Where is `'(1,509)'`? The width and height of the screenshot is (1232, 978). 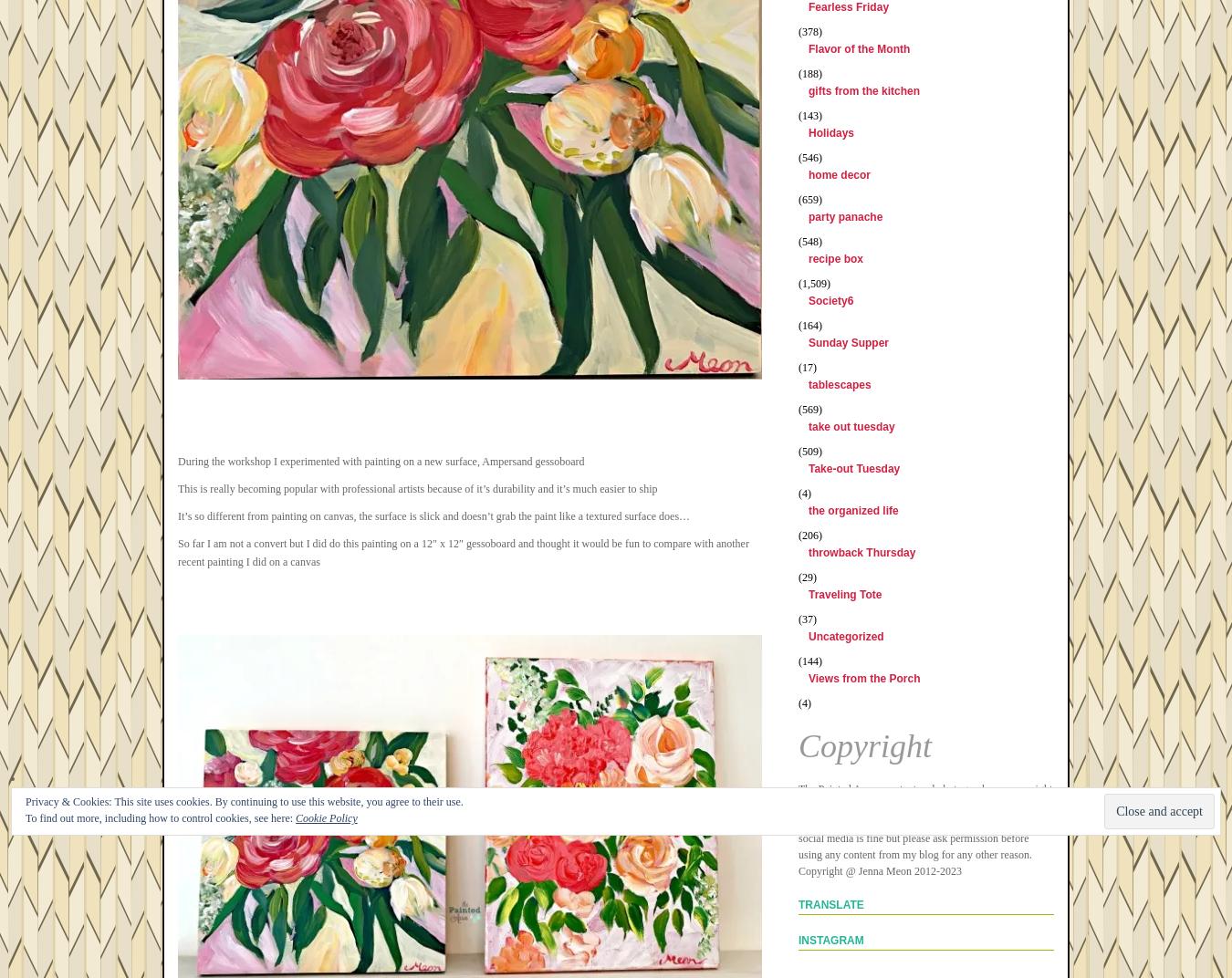
'(1,509)' is located at coordinates (814, 282).